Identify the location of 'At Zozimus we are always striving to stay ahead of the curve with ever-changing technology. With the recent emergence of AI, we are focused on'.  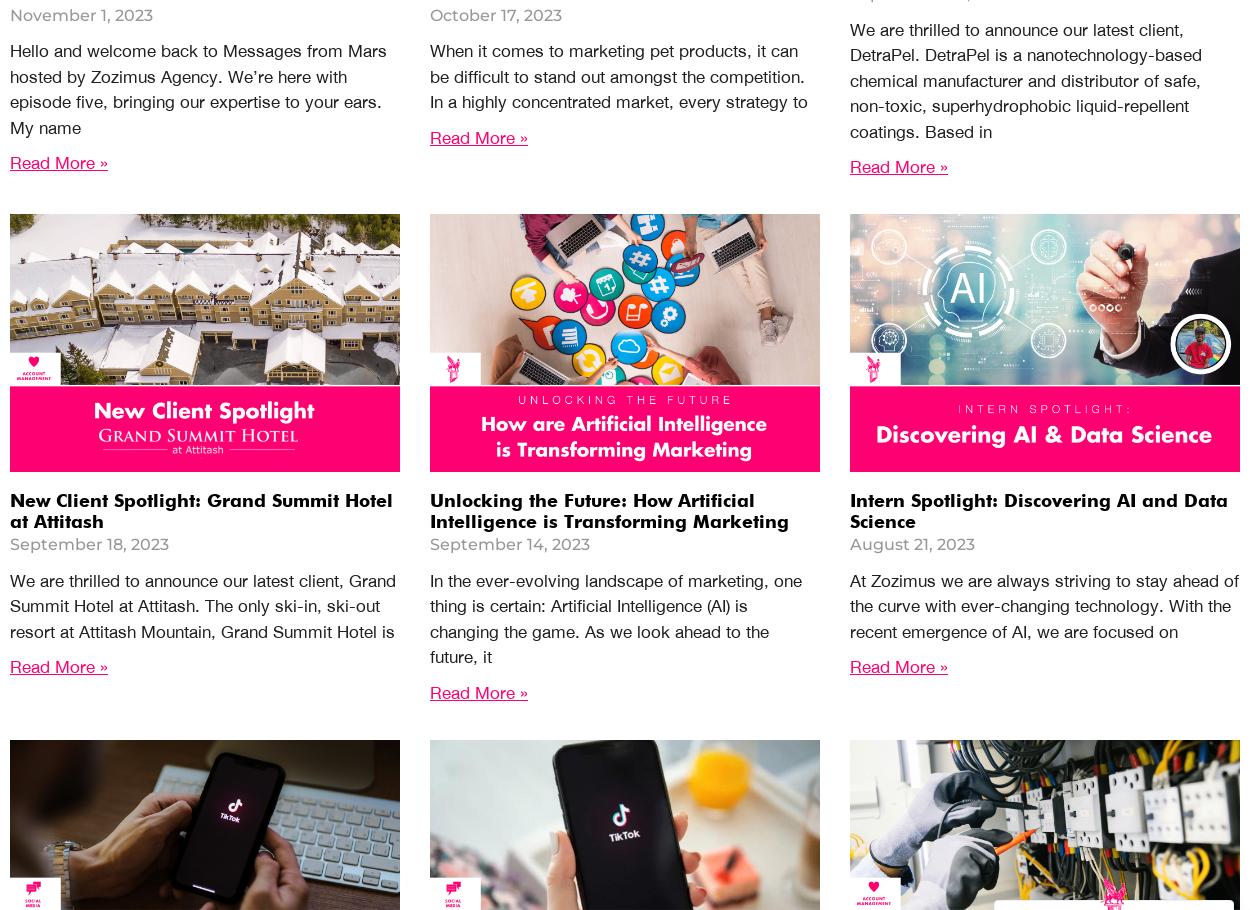
(1044, 604).